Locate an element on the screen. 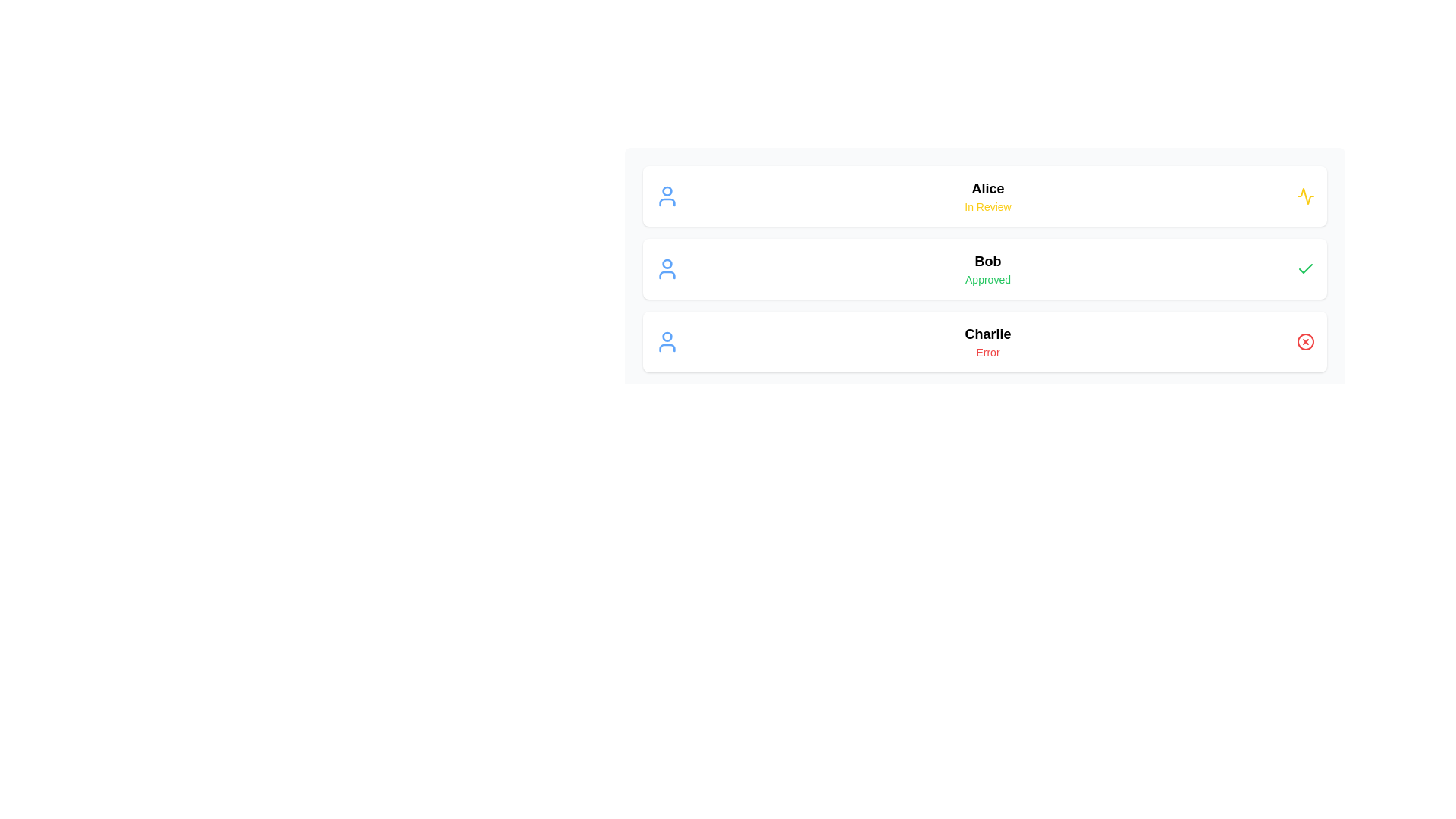 Image resolution: width=1456 pixels, height=819 pixels. the green checkmark icon located at the far-right side of the 'Bob' row, next to the text labeled 'Approved' is located at coordinates (1305, 268).